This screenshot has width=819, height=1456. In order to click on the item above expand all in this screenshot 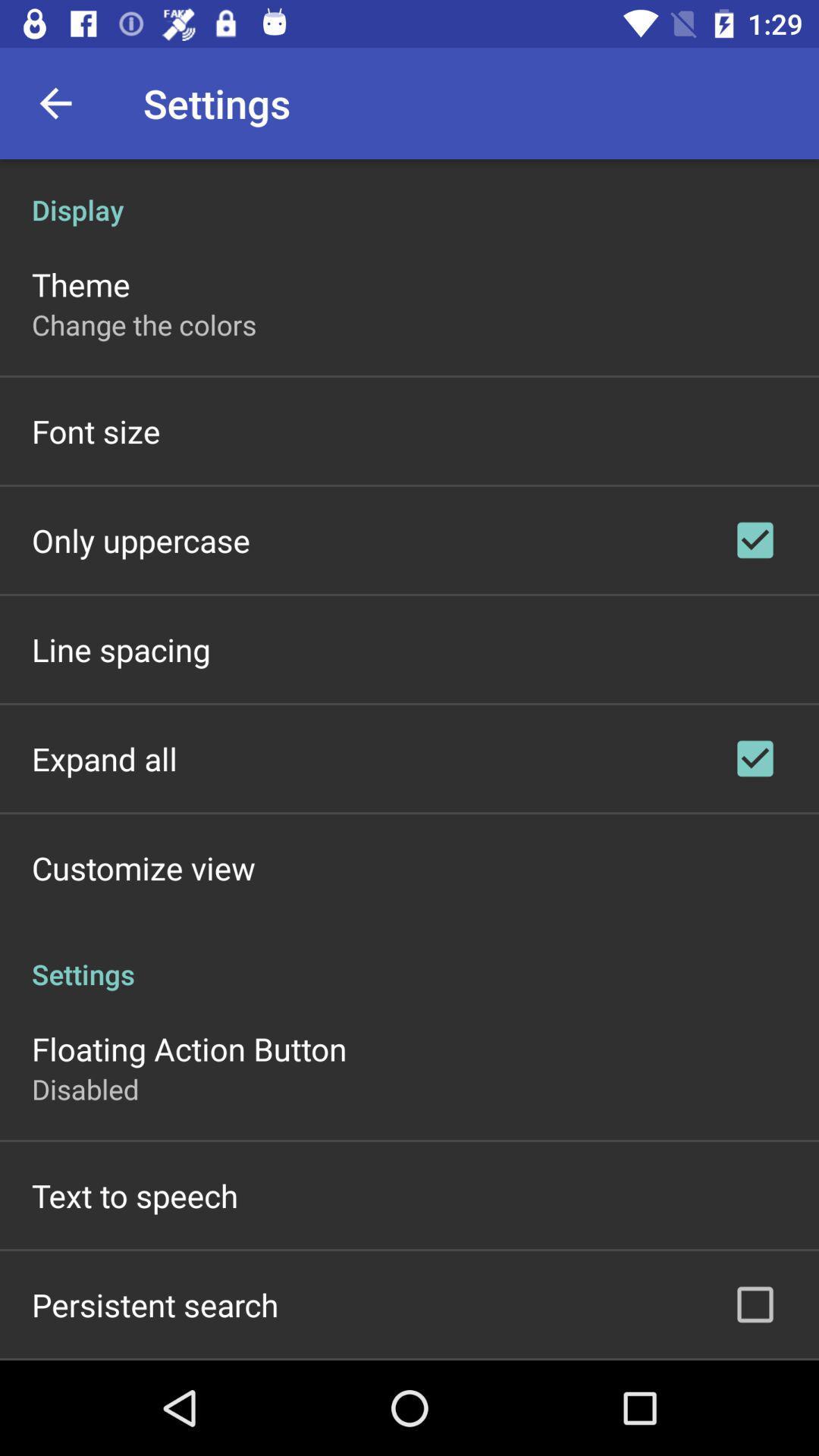, I will do `click(120, 649)`.